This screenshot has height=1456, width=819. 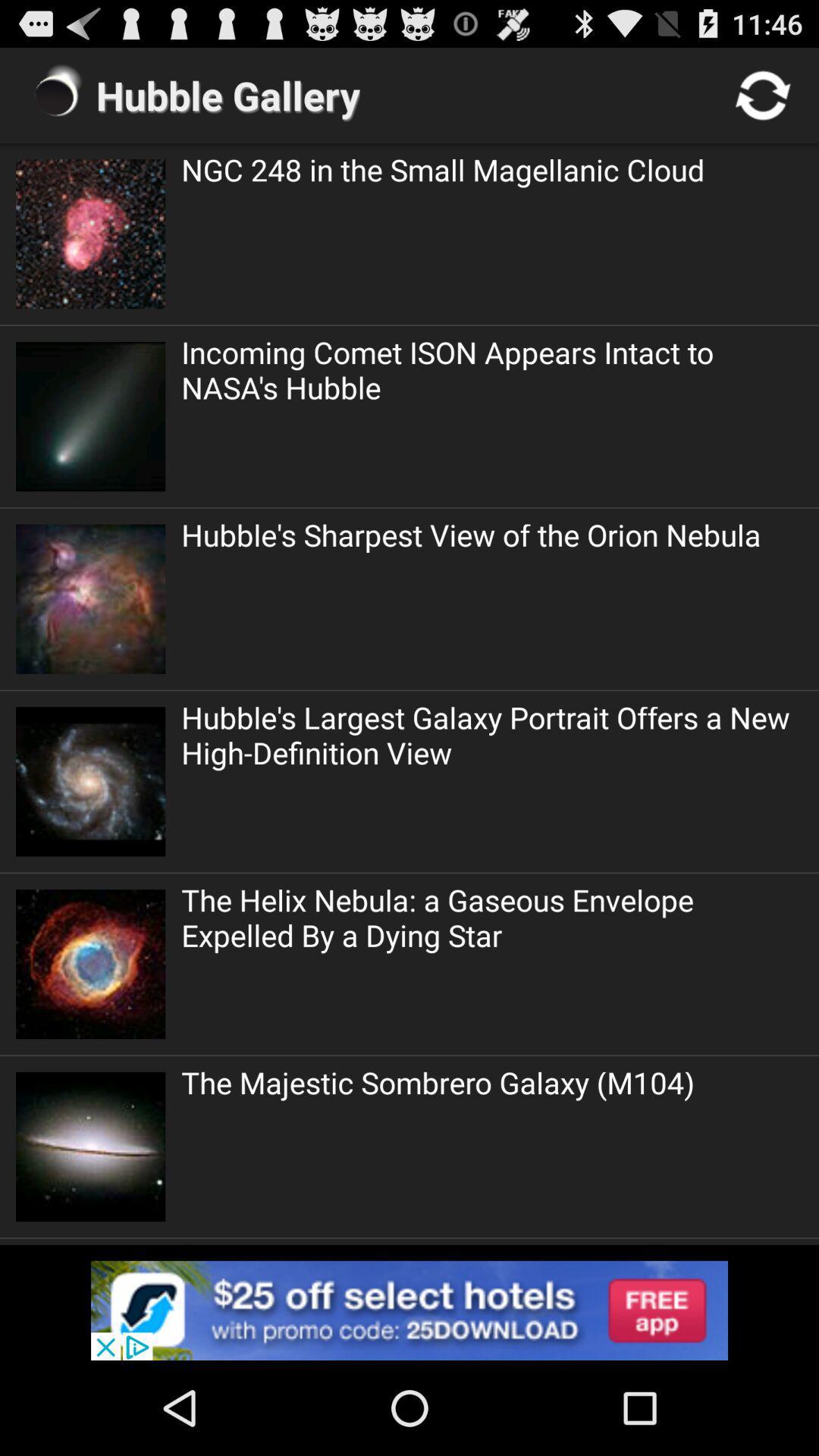 I want to click on advertisement website, so click(x=409, y=1310).